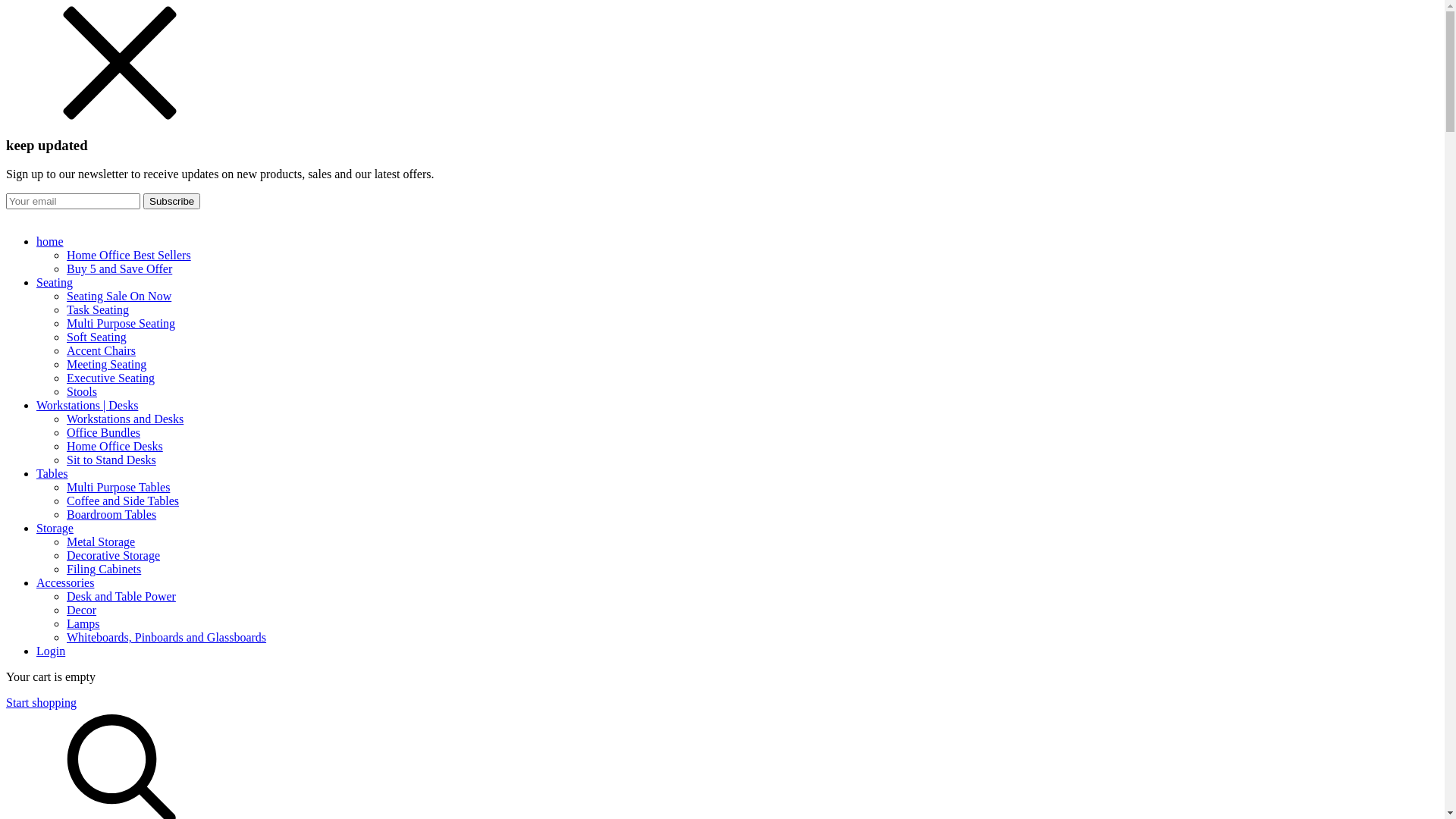 The image size is (1456, 819). Describe the element at coordinates (83, 623) in the screenshot. I see `'Lamps'` at that location.